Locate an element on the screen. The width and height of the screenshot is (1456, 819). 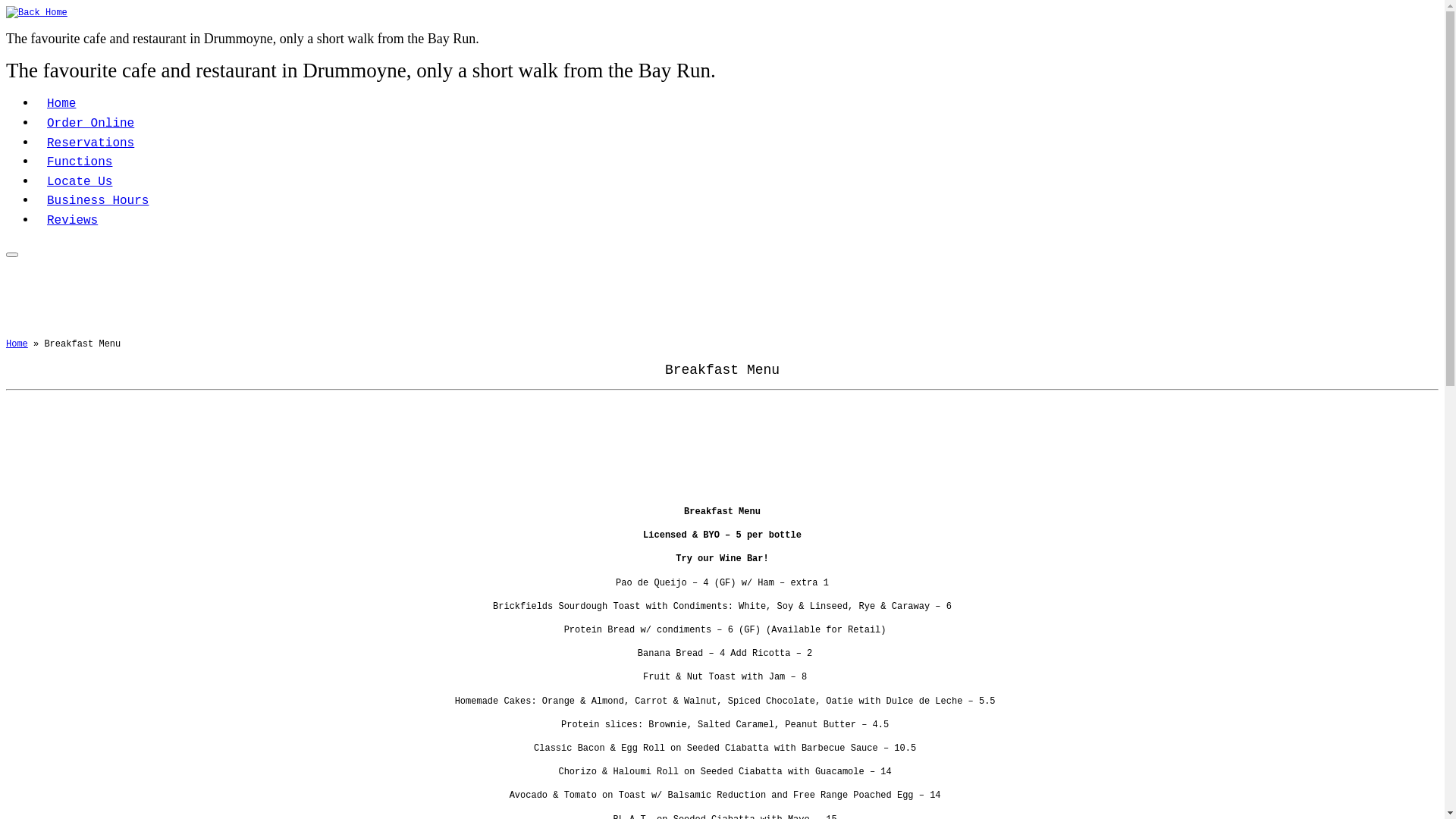
'Open the menu' is located at coordinates (11, 253).